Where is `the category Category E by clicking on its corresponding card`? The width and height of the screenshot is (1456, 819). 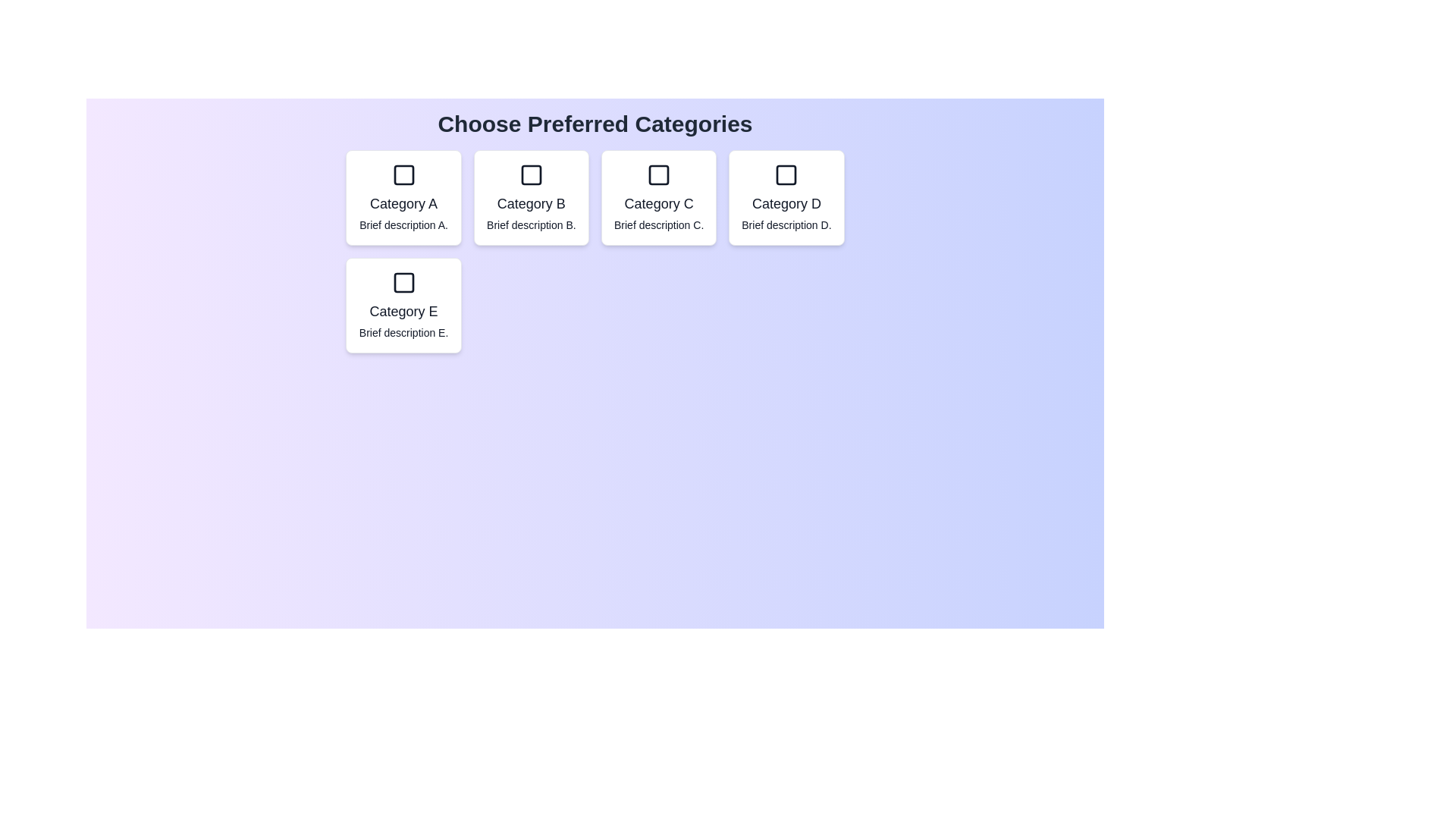 the category Category E by clicking on its corresponding card is located at coordinates (403, 305).